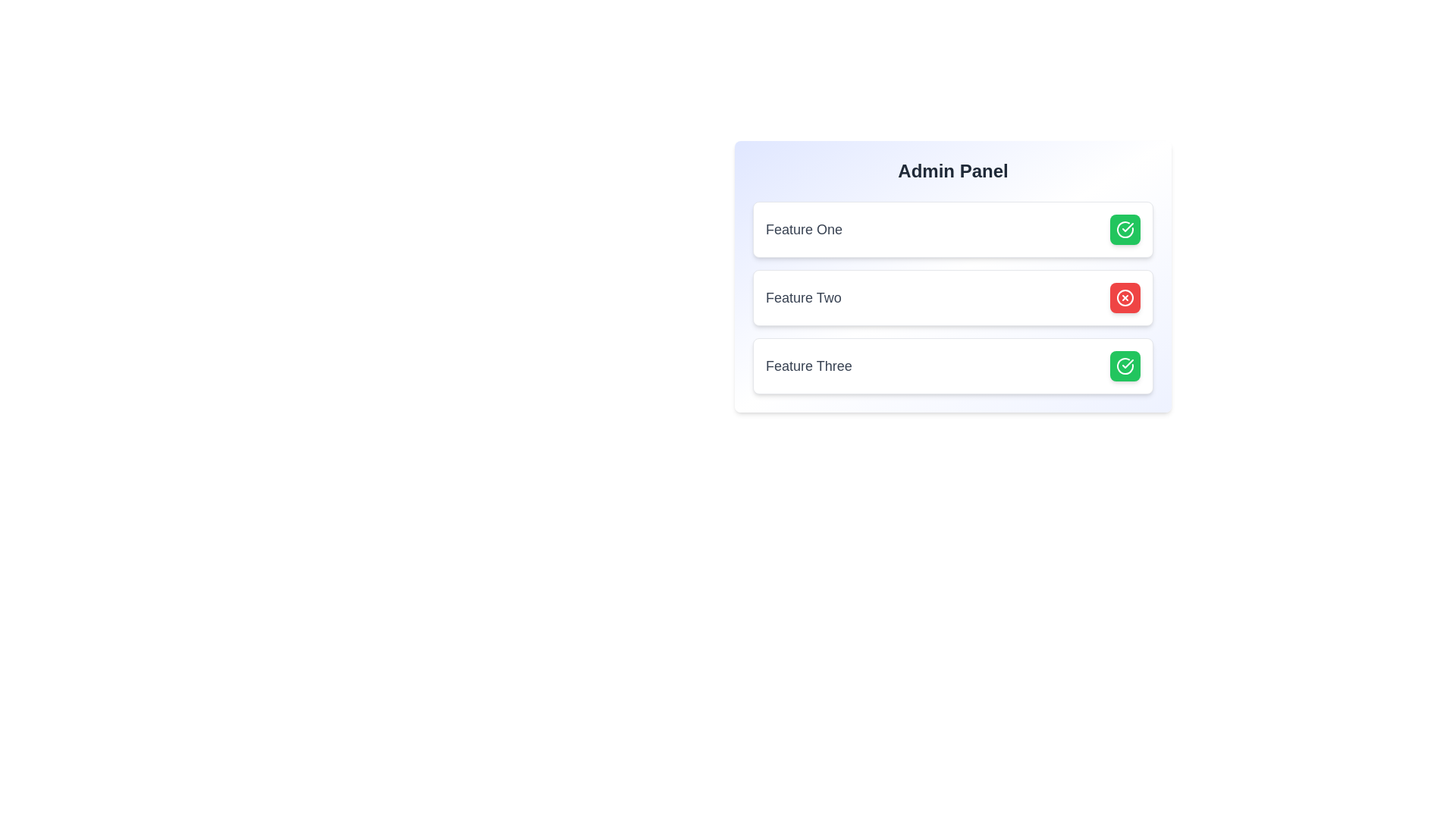 This screenshot has width=1456, height=819. What do you see at coordinates (1125, 366) in the screenshot?
I see `the icon for Feature Three` at bounding box center [1125, 366].